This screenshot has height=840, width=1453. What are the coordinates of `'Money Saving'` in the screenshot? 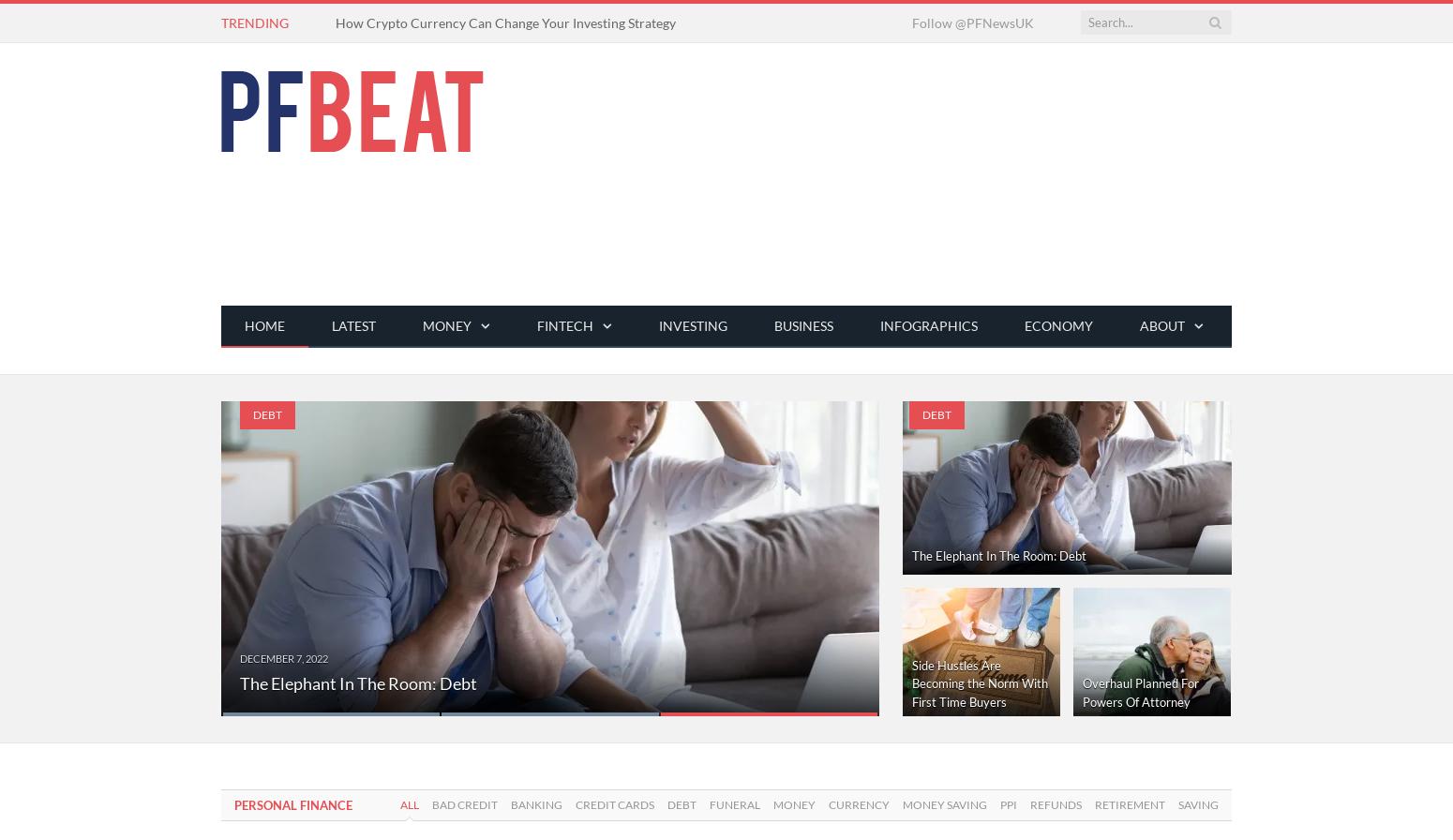 It's located at (943, 804).